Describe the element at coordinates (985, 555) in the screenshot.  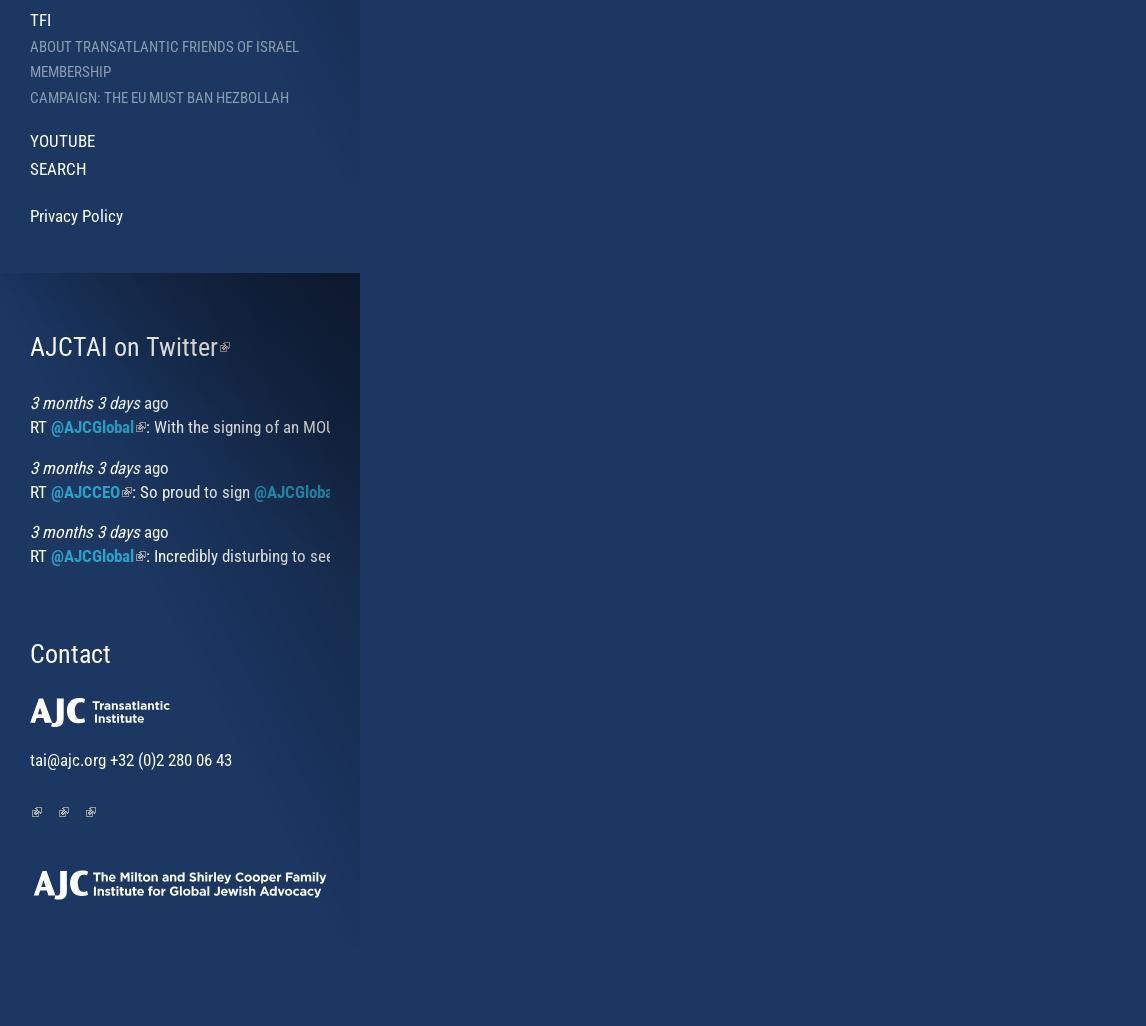
I see `'https://t.co/zTZrDieT1q'` at that location.